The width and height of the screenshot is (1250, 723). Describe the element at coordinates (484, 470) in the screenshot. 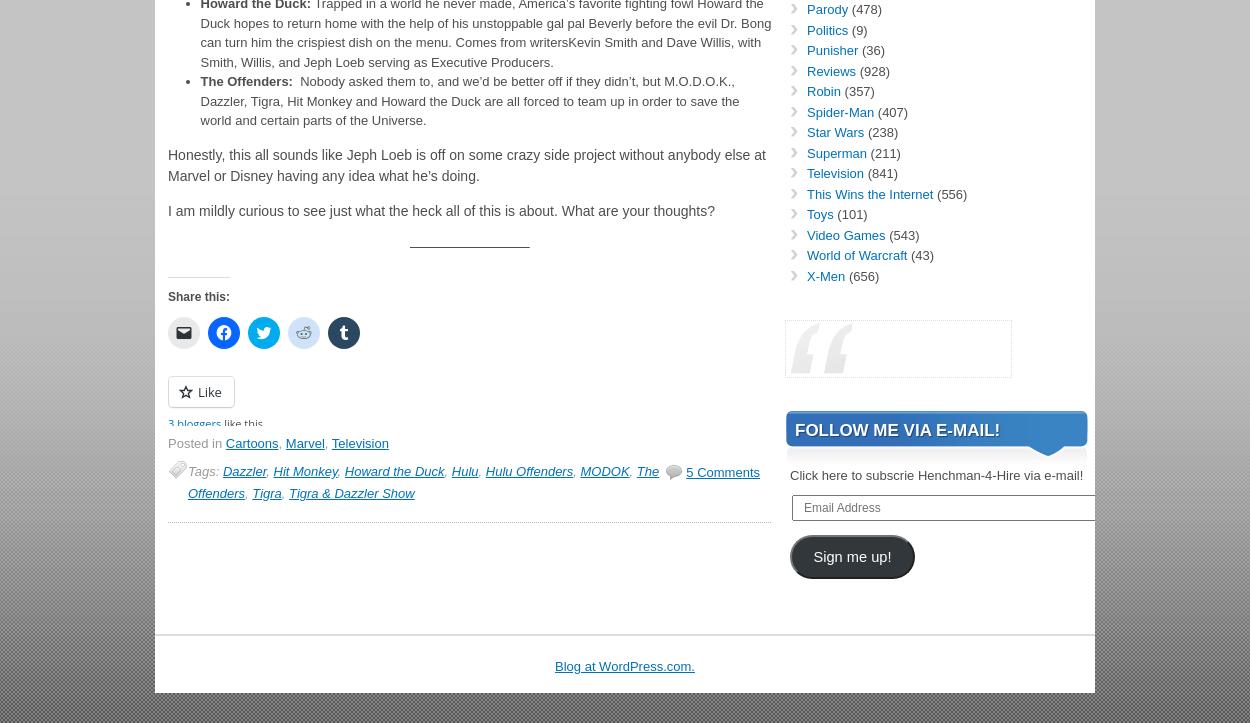

I see `'Hulu Offenders'` at that location.